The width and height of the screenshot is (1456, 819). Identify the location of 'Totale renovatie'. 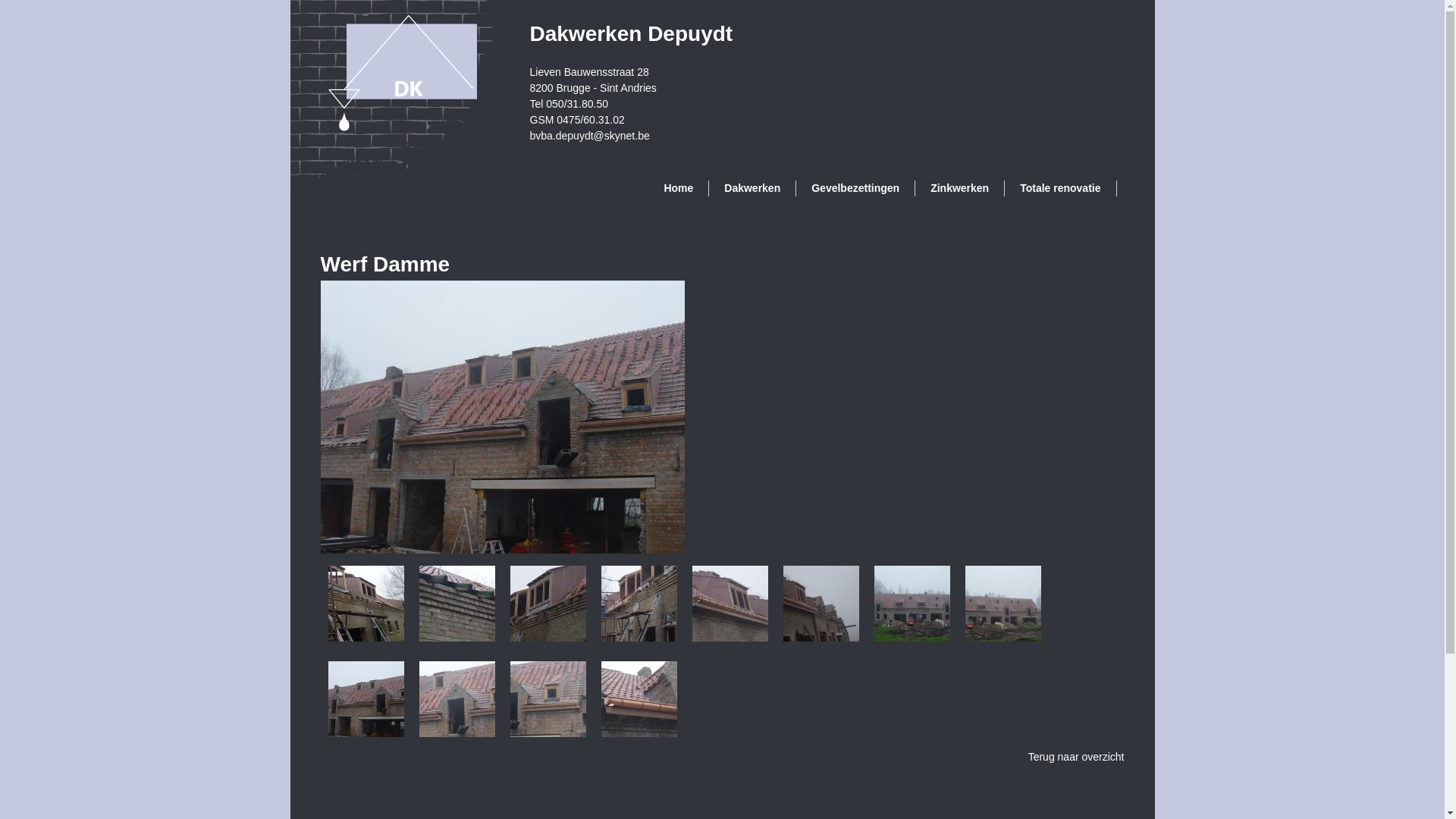
(1059, 187).